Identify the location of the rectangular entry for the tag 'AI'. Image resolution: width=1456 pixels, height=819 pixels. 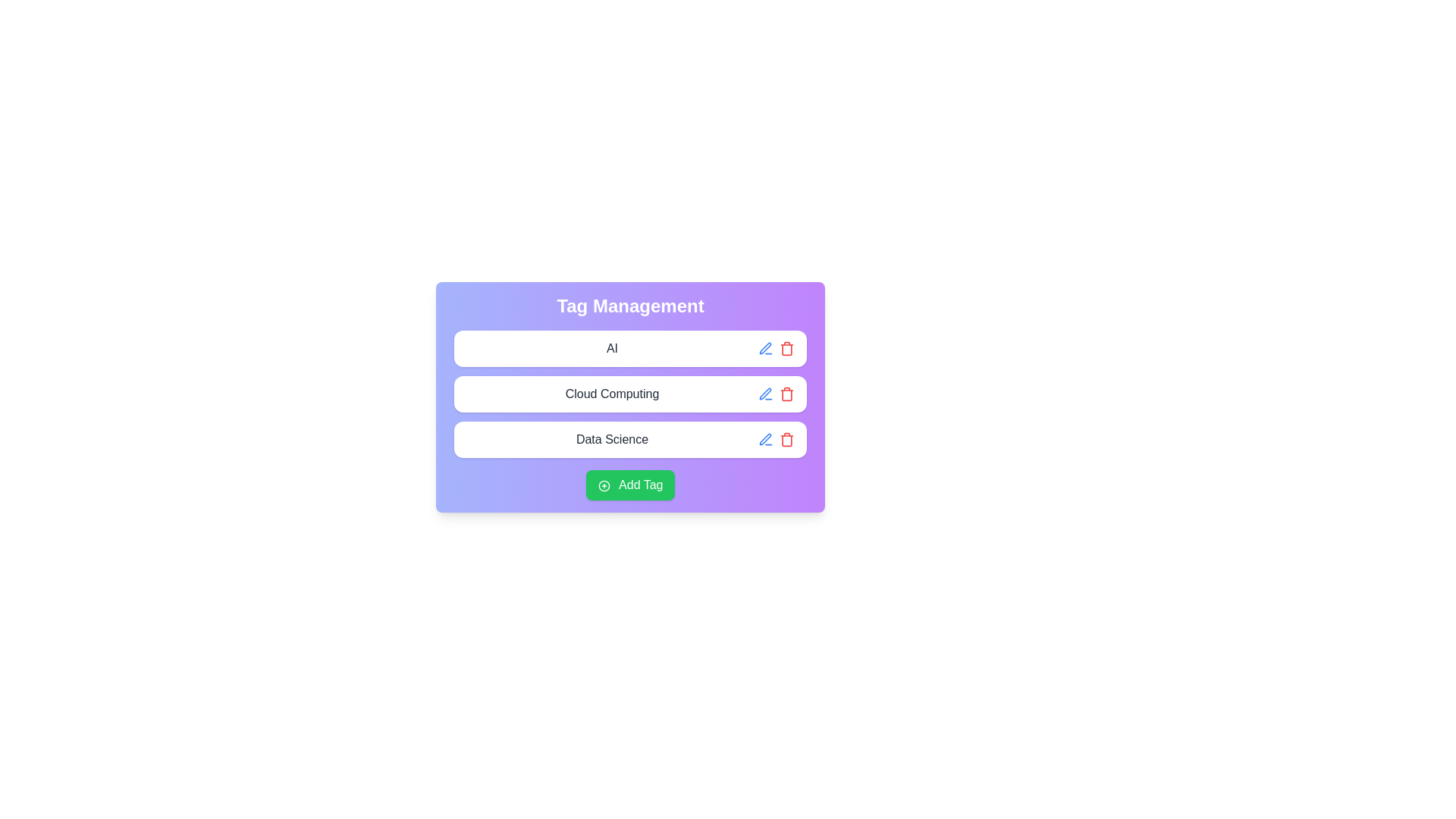
(630, 348).